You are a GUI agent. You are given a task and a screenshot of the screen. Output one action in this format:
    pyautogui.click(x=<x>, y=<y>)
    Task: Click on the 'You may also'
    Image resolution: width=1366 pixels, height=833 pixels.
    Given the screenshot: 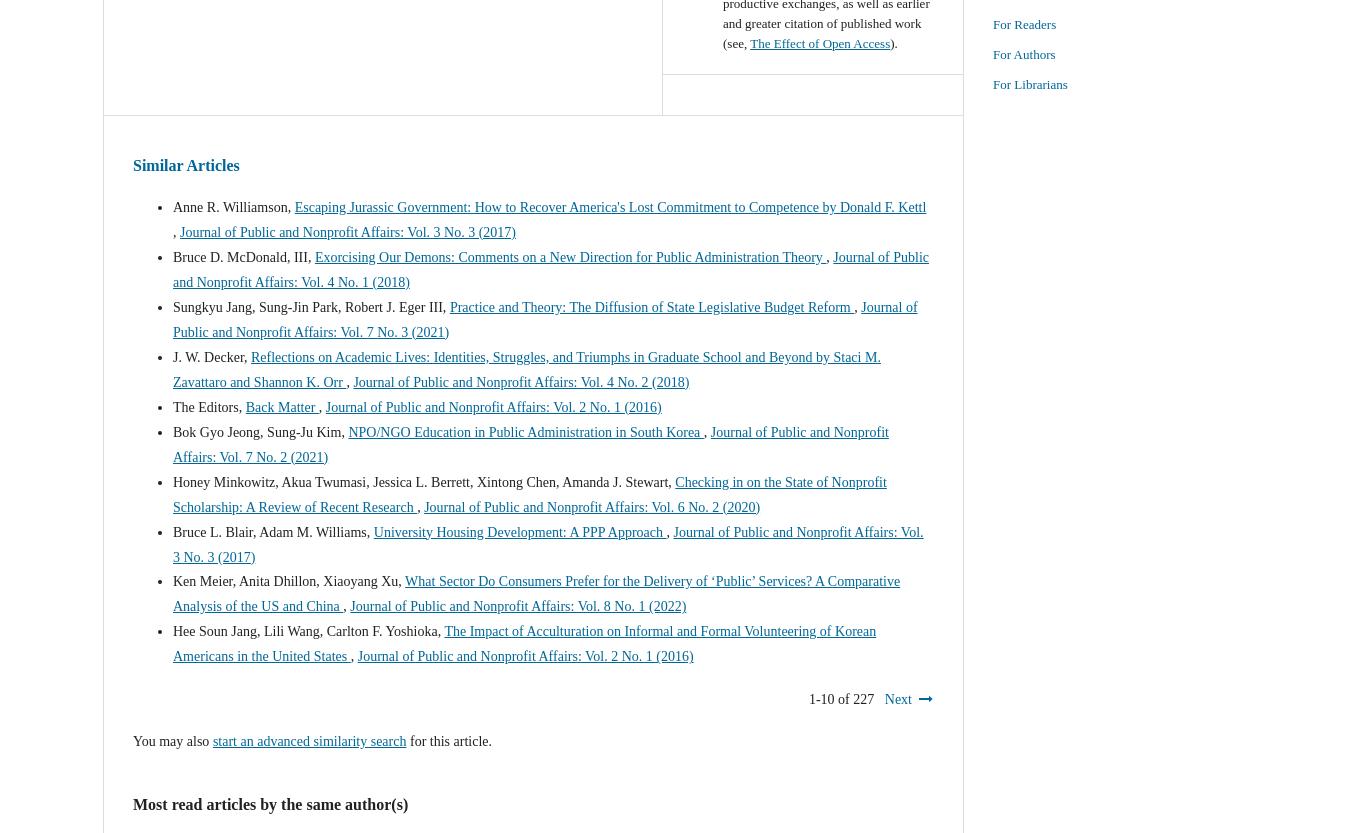 What is the action you would take?
    pyautogui.click(x=171, y=741)
    